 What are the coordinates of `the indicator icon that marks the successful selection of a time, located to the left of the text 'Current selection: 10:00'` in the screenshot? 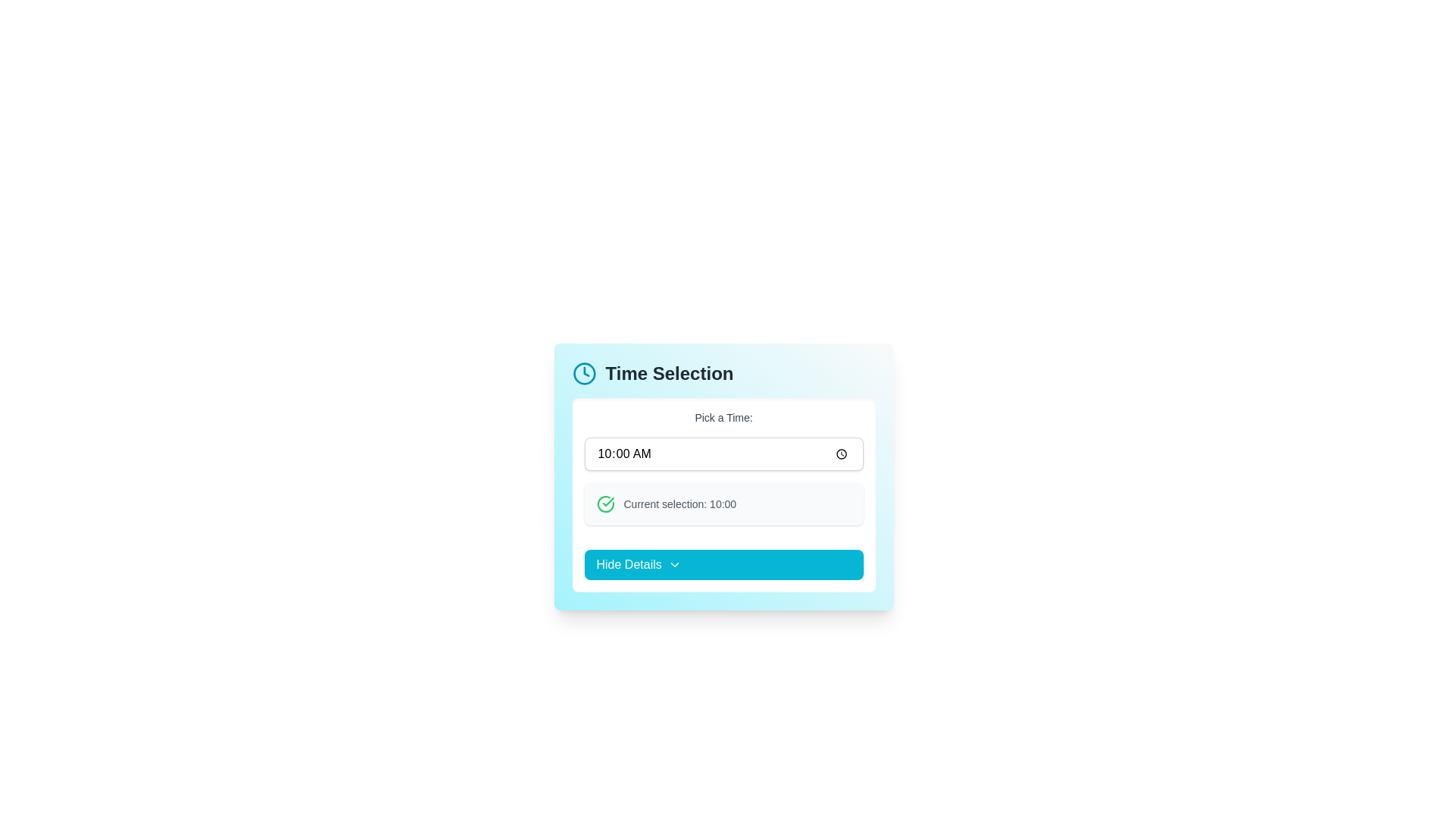 It's located at (604, 504).